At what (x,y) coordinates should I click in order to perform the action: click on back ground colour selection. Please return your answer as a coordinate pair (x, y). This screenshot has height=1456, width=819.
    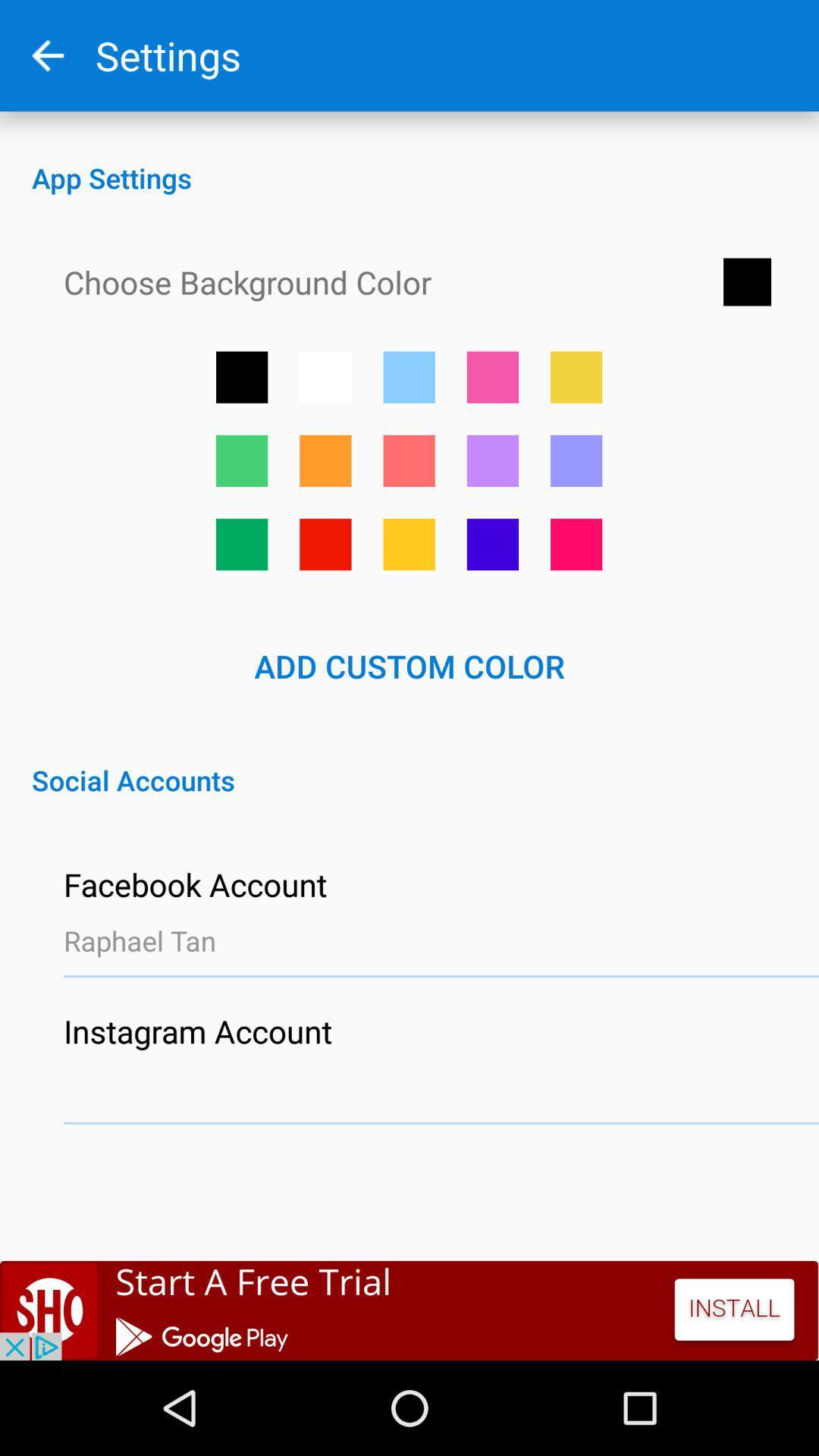
    Looking at the image, I should click on (576, 460).